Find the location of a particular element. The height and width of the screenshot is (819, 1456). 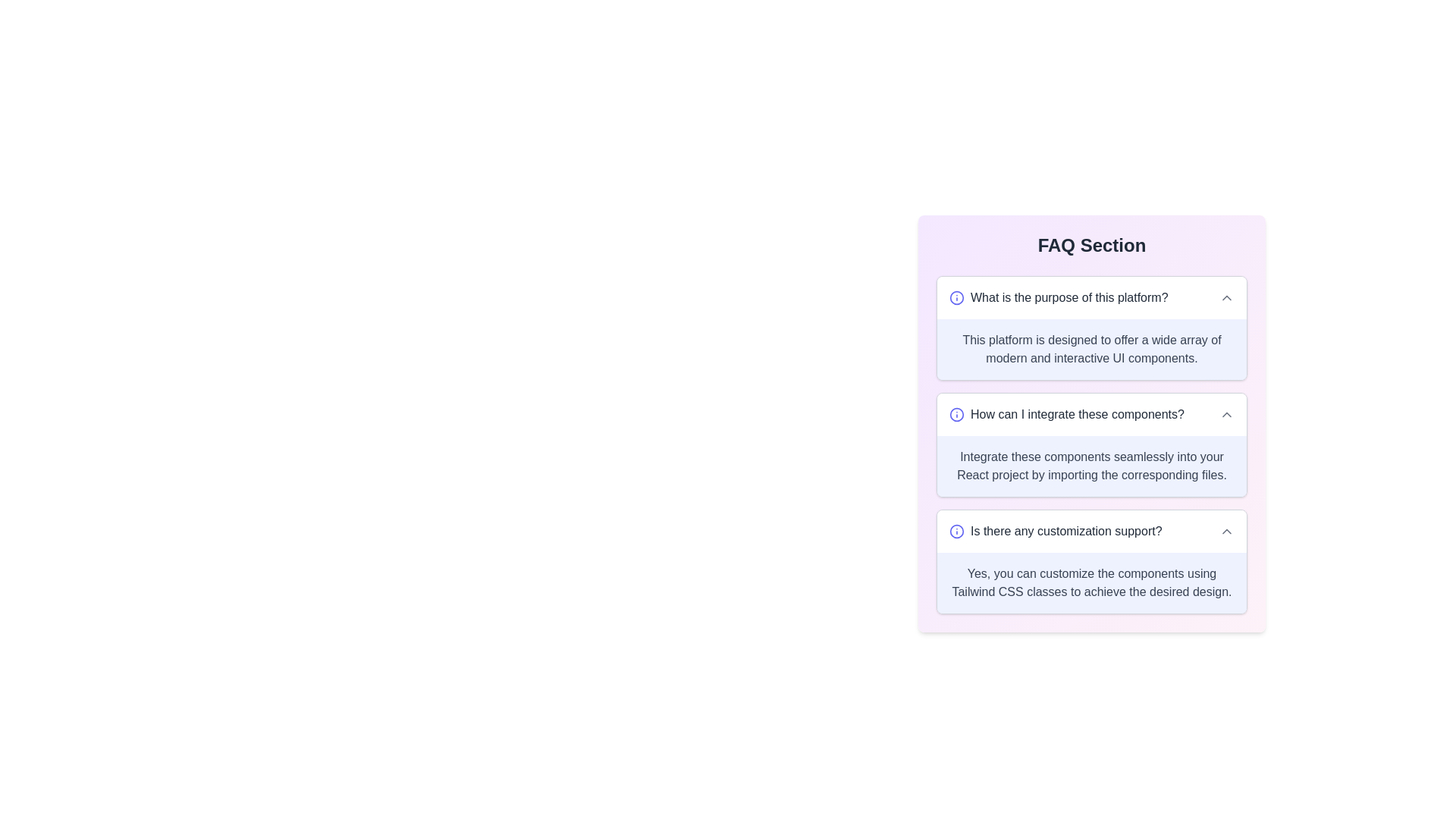

the information indicator icon located on the left side of the text 'What is the purpose of this platform?' in the FAQ section is located at coordinates (956, 298).